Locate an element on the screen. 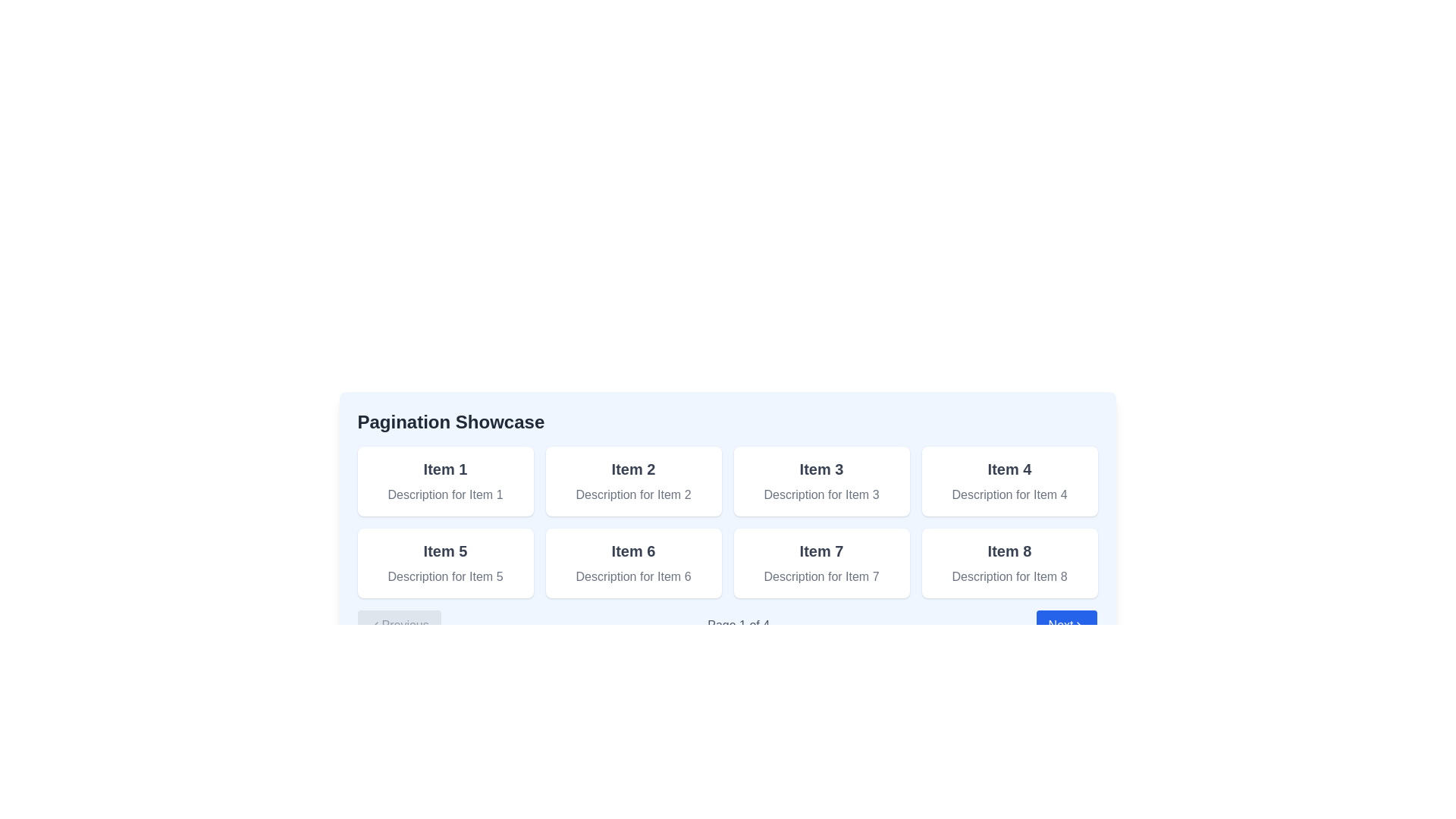 The height and width of the screenshot is (819, 1456). the static text label that serves as a descriptive subtitle for Item 6, located beneath the title text in the lower section of the card is located at coordinates (633, 576).